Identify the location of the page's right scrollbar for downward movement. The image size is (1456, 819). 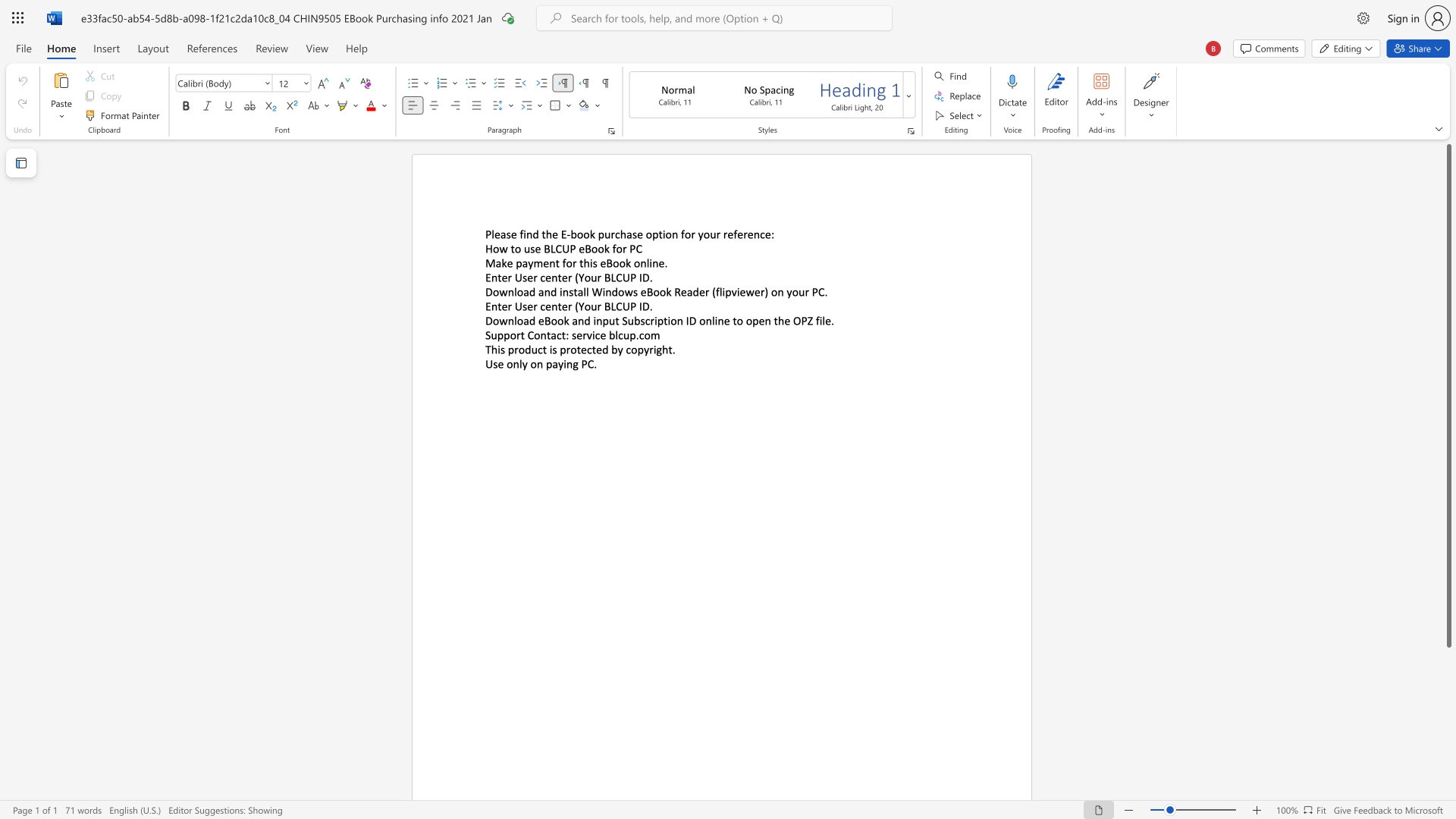
(1448, 698).